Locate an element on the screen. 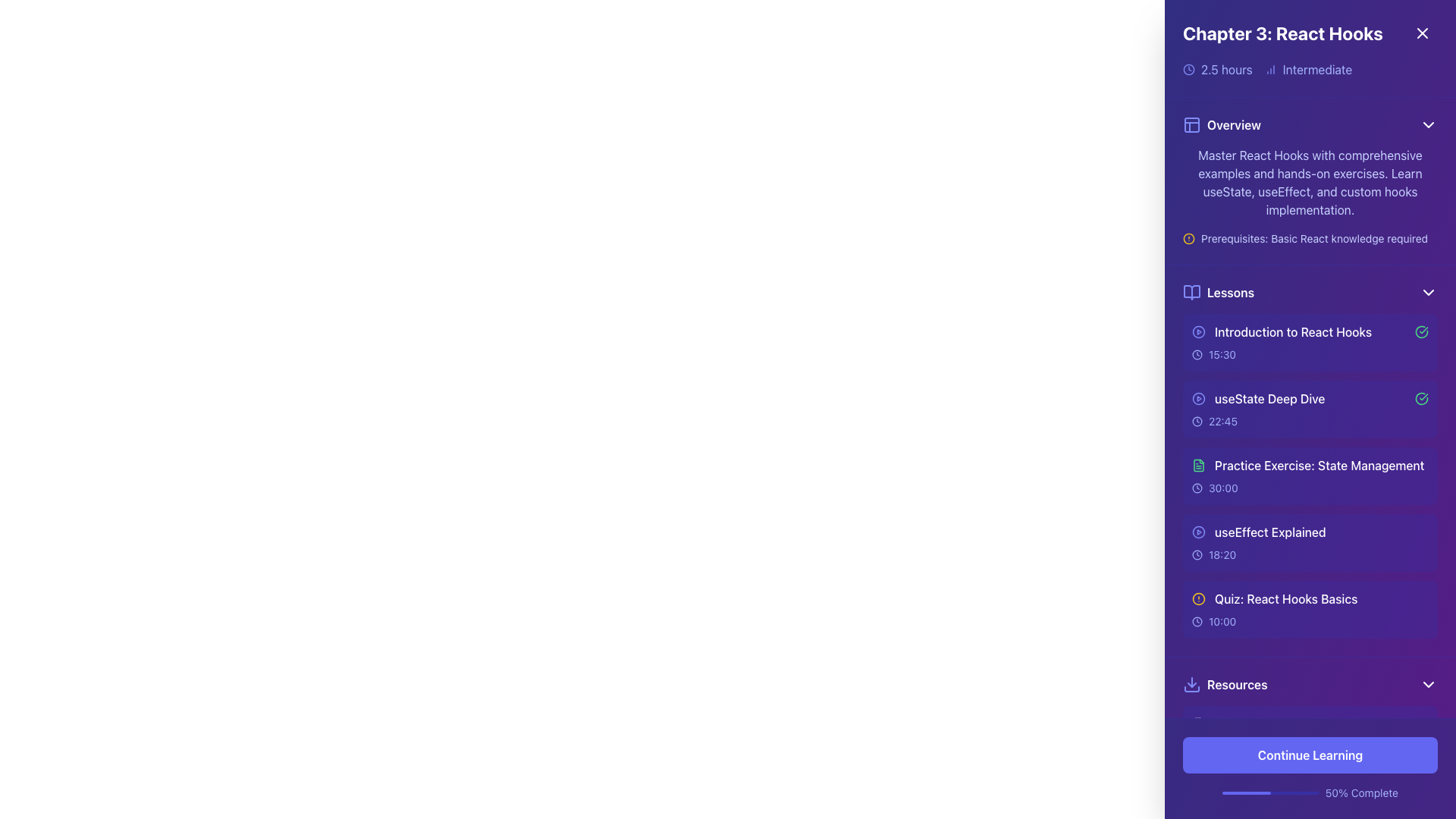  the circular indigo play button icon is located at coordinates (1197, 397).